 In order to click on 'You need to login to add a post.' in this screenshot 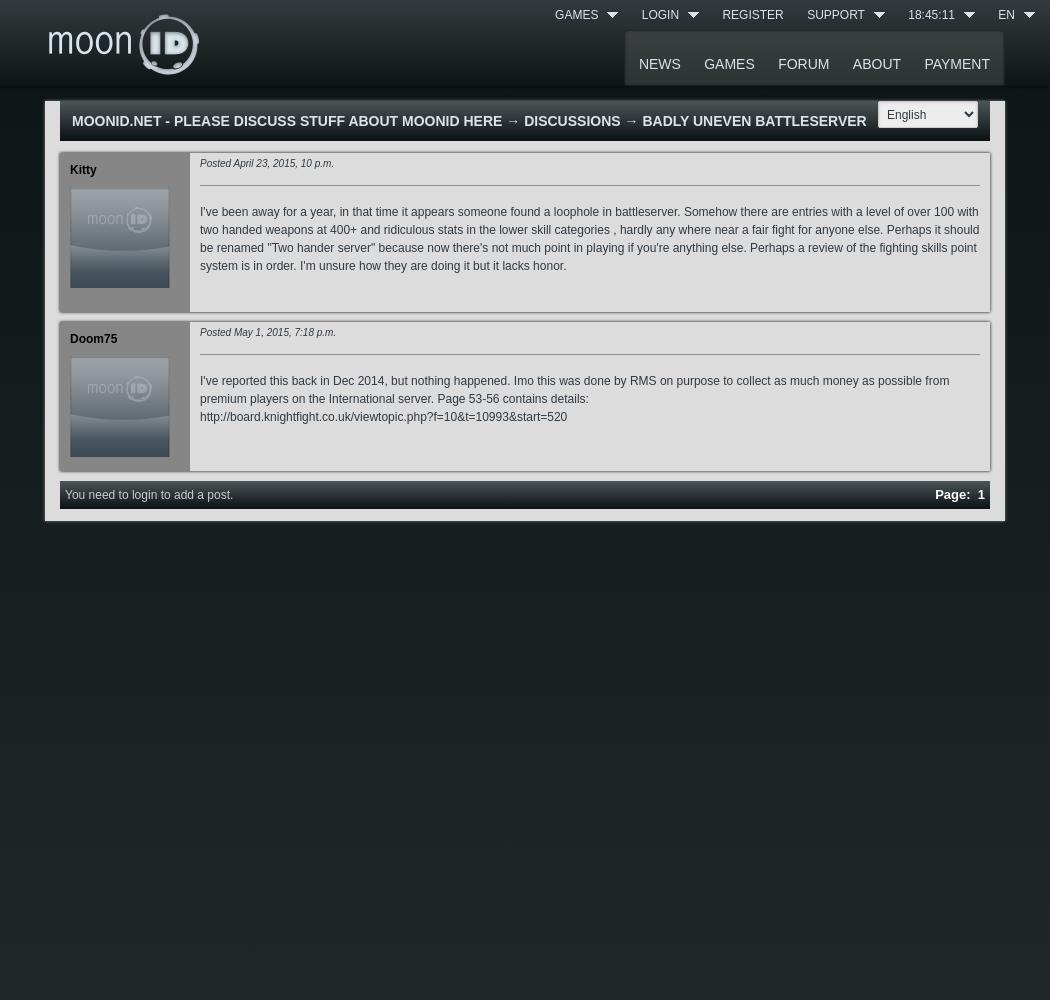, I will do `click(147, 494)`.